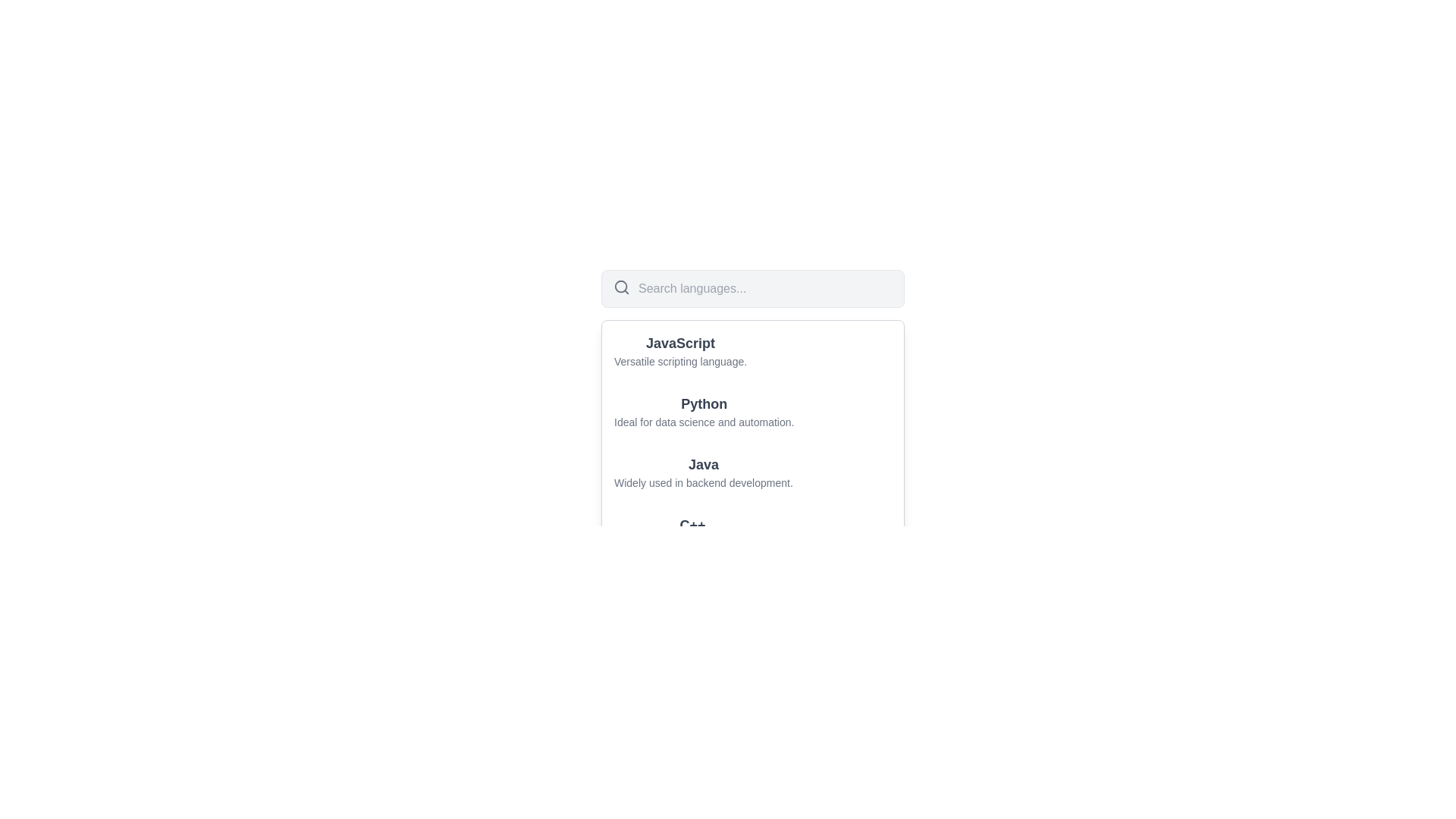 Image resolution: width=1456 pixels, height=819 pixels. What do you see at coordinates (703, 412) in the screenshot?
I see `the list item displaying 'Python' with the description 'Ideal for data science and automation.'` at bounding box center [703, 412].